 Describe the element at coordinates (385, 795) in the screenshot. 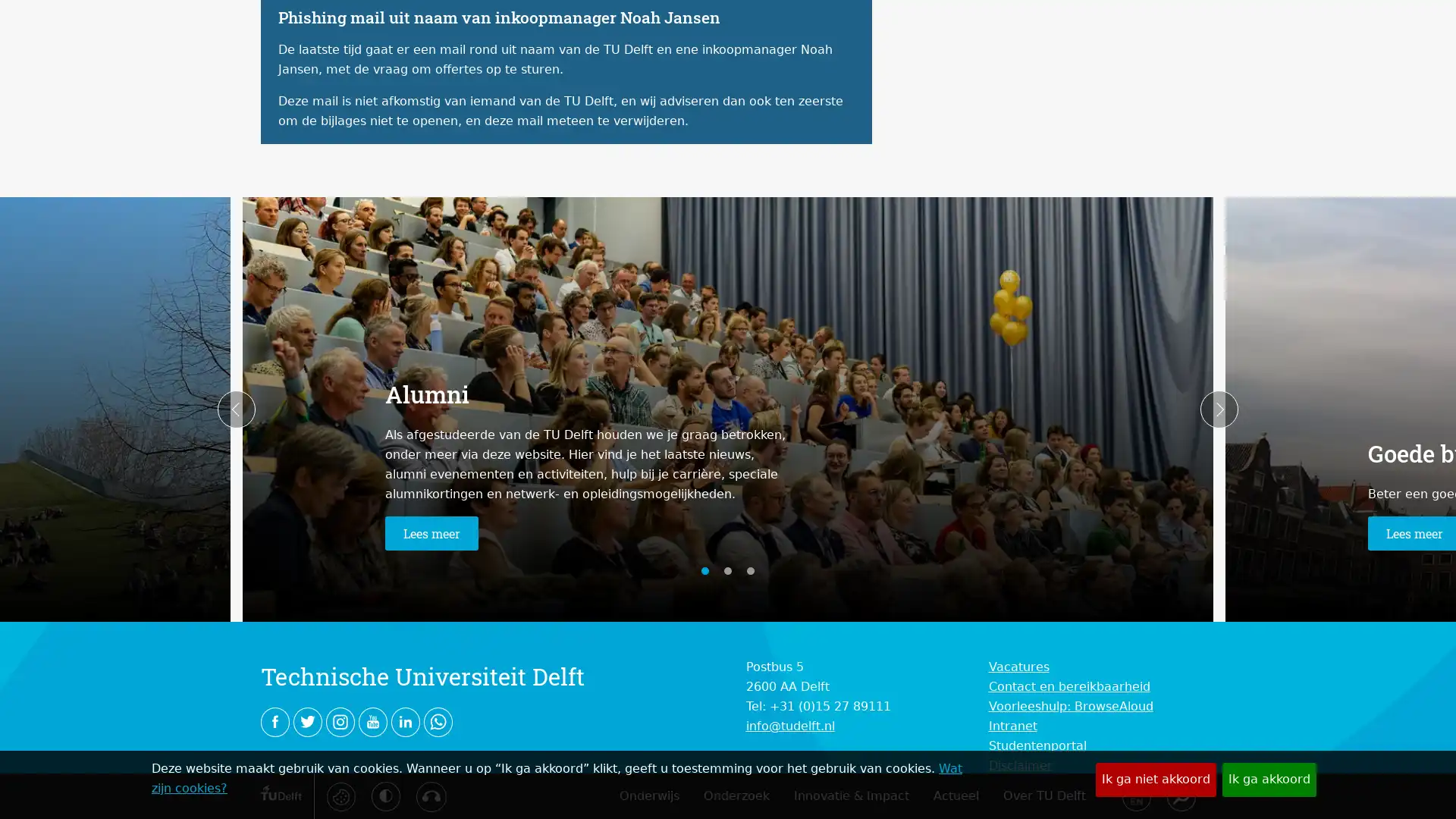

I see `Activeer hoog contrast` at that location.